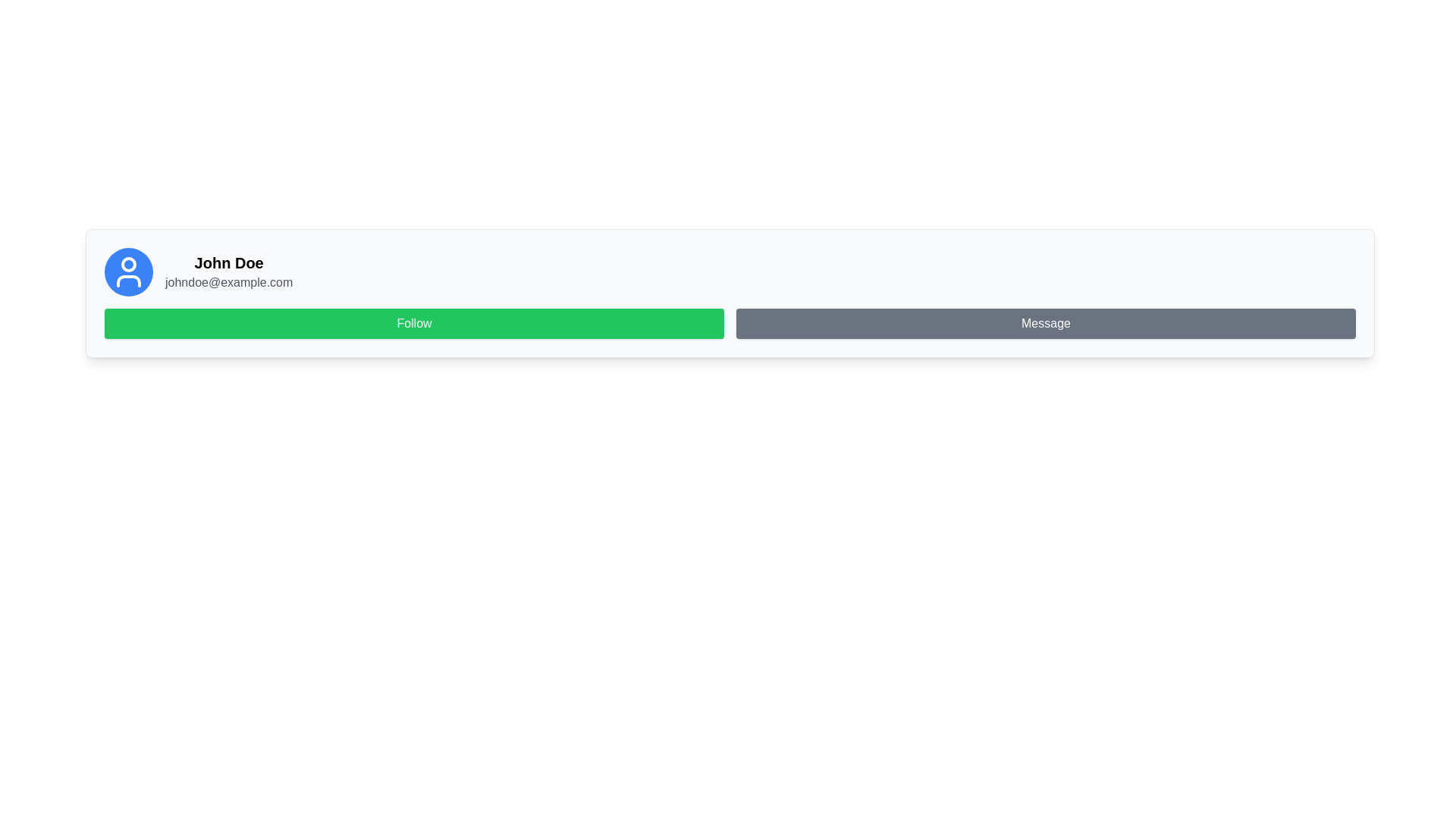  I want to click on the 'Follow' button which has a green background, rounded corners, and white text, located in the bottom section of the user profile card, so click(414, 323).